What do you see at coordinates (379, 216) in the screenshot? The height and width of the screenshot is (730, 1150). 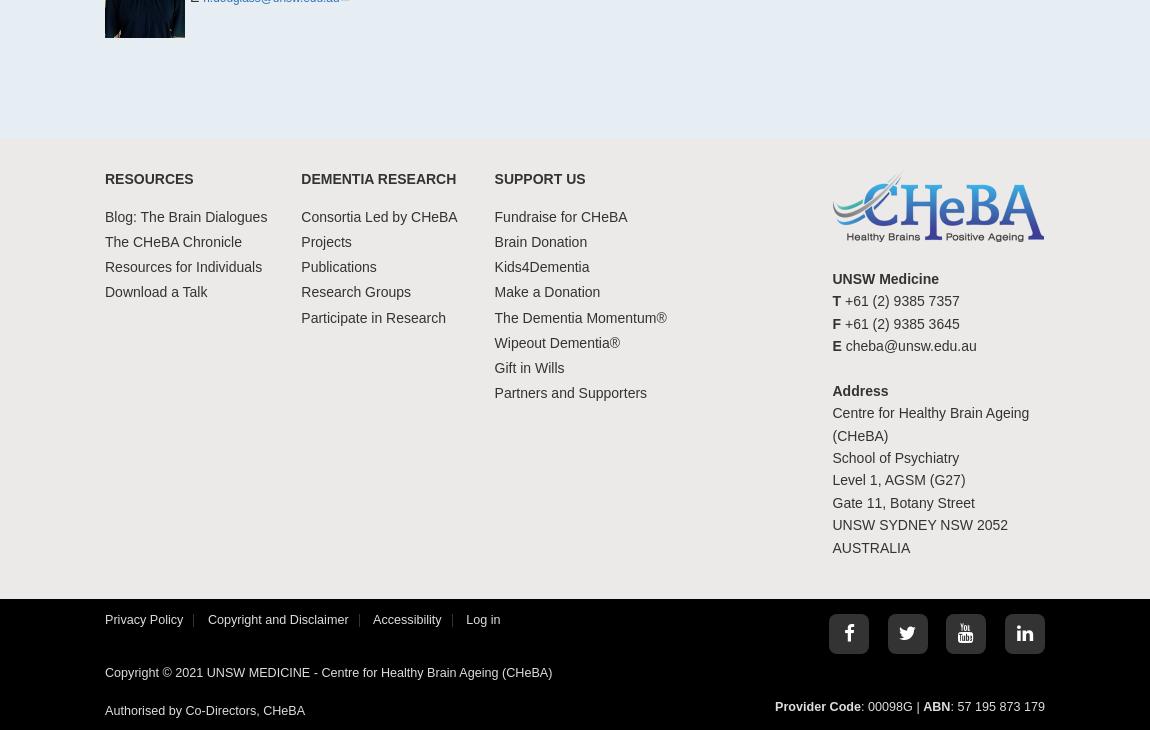 I see `'Consortia Led by CHeBA'` at bounding box center [379, 216].